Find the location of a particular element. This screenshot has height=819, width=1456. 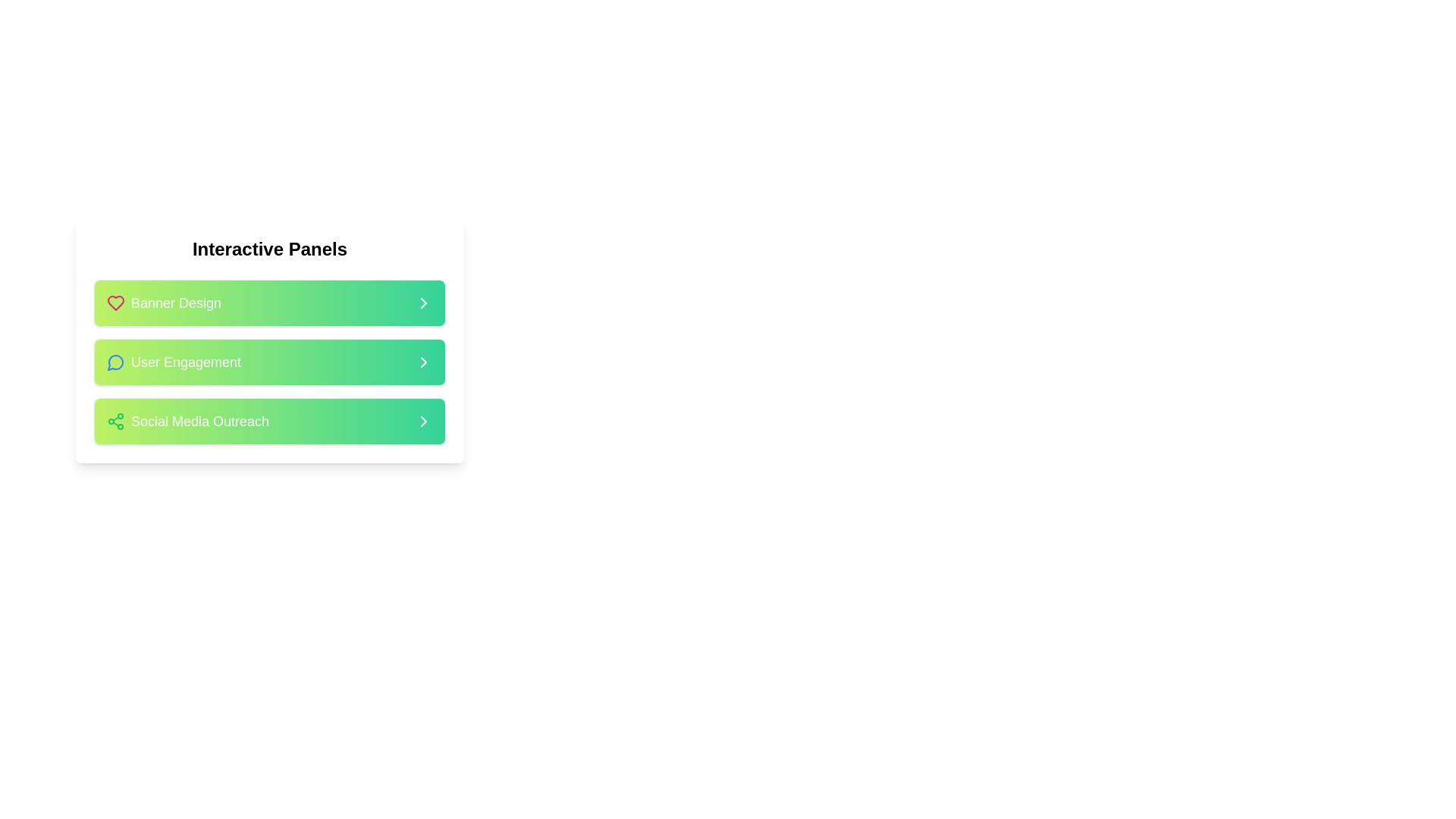

the heart icon that signifies a 'like' or 'favorite' feature, located next to the text 'Banner Design' in the first entry of the list is located at coordinates (115, 303).